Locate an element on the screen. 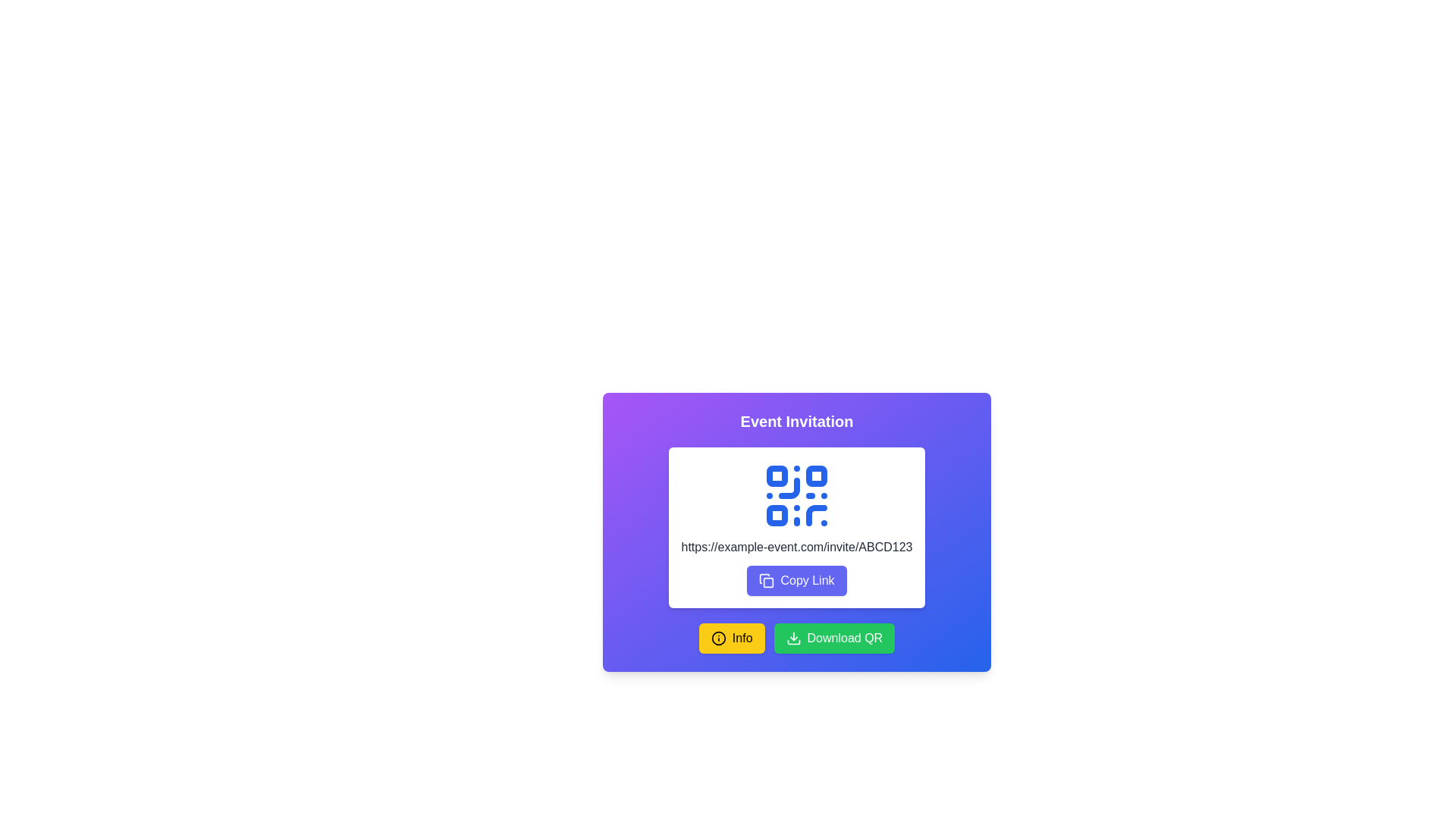 The image size is (1456, 819). the 'Download QR' button, which is styled with a green background and white text, located at the bottom right corner of the panel, adjacent to the 'Info' button is located at coordinates (796, 638).